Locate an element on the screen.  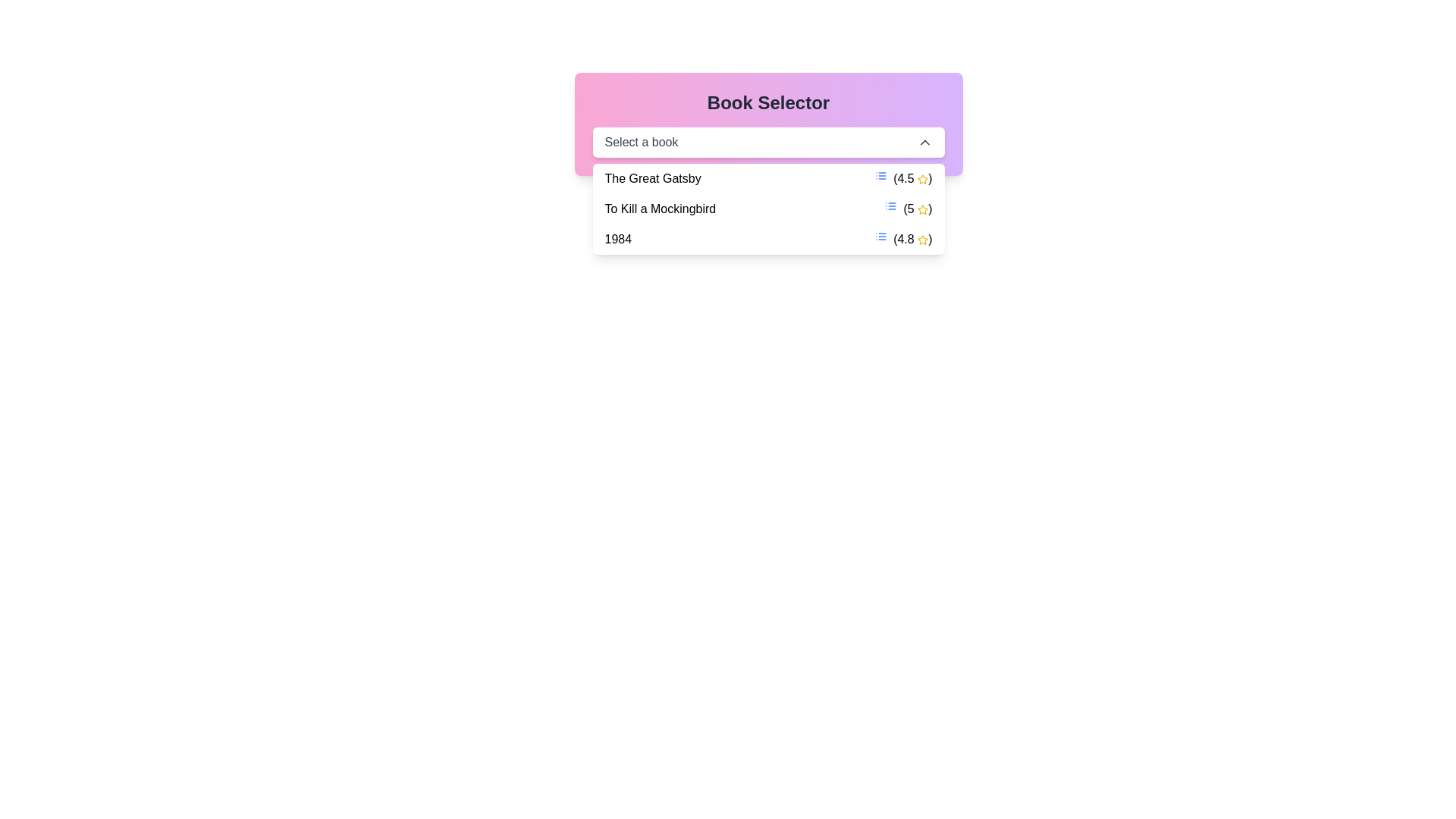
the star icon element that signifies a rating of 4.8, located in the list entry for '1984' is located at coordinates (922, 239).